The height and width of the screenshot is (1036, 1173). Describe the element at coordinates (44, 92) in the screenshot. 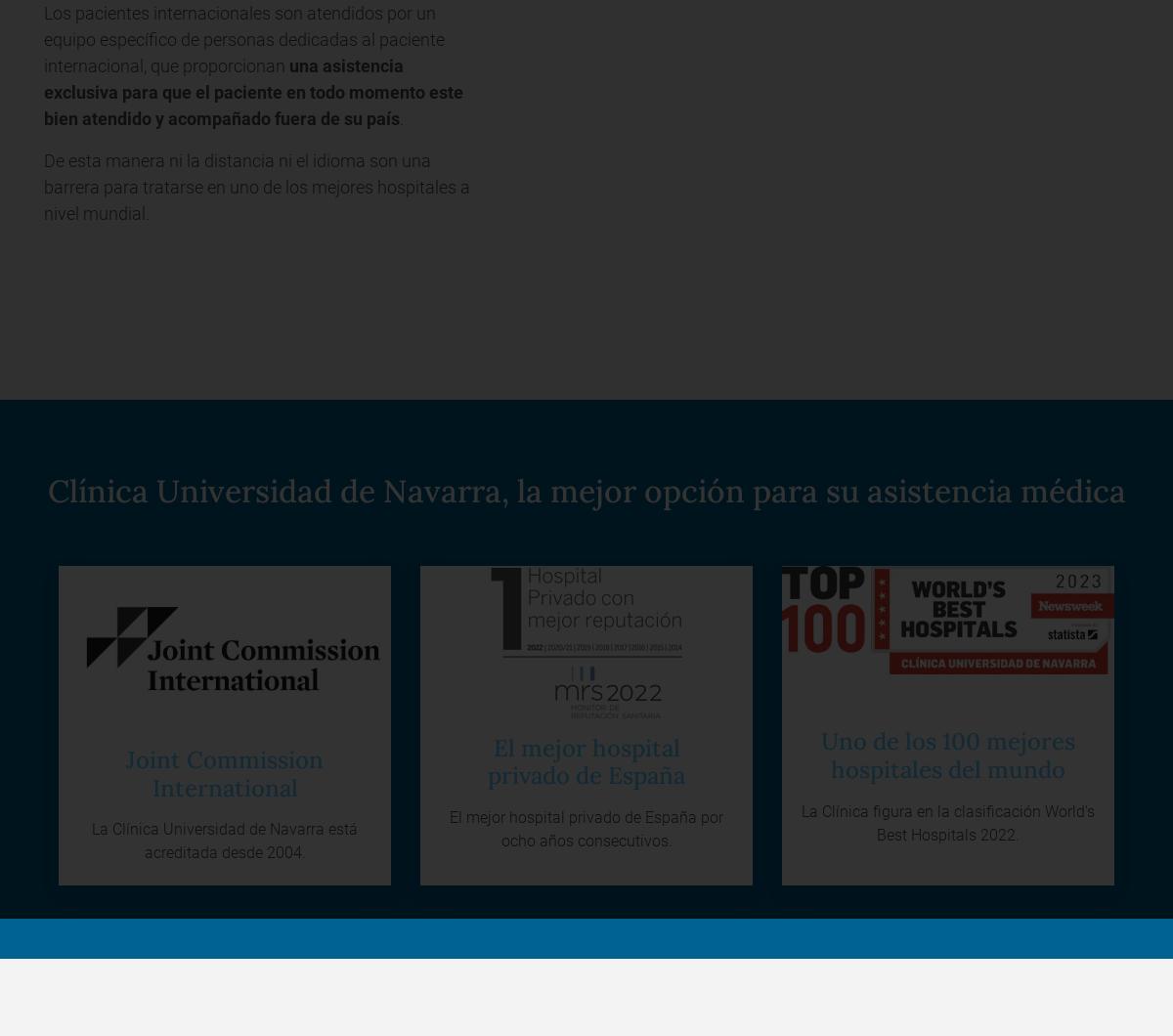

I see `'una asistencia exclusiva para que el paciente en todo momento este bien atendido y acompañado fuera de su país'` at that location.